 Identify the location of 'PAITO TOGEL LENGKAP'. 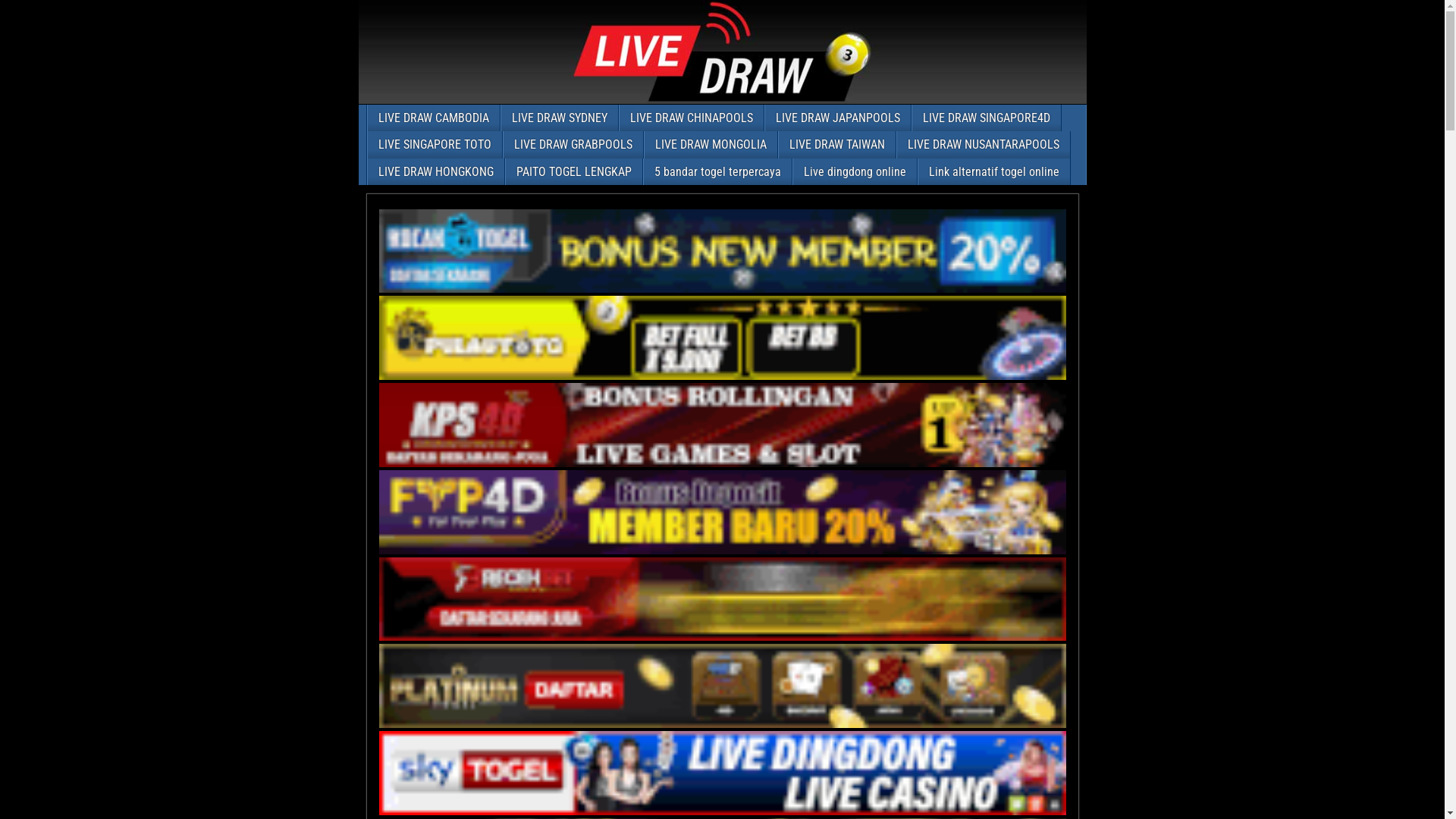
(572, 171).